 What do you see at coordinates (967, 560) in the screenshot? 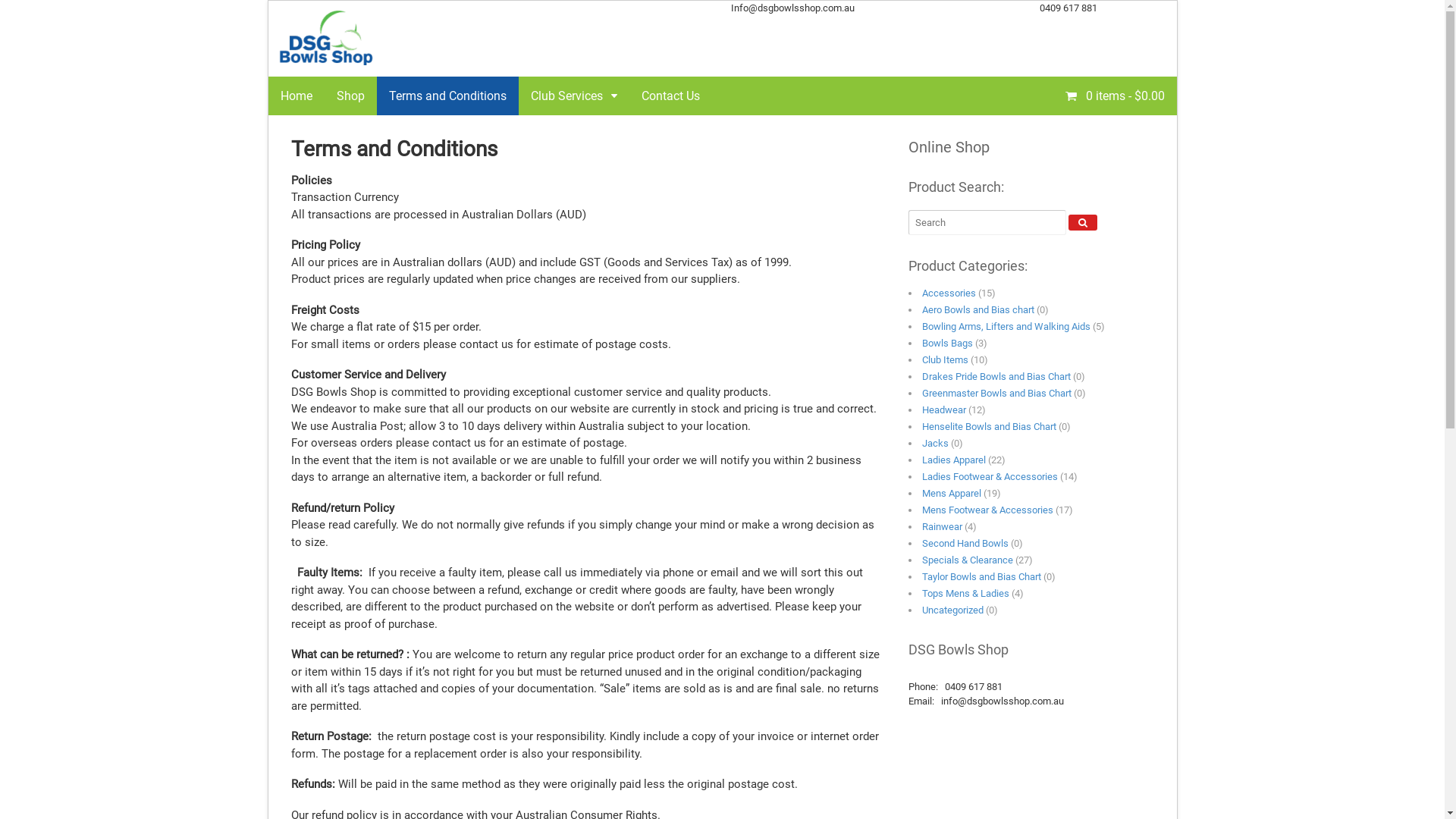
I see `'Specials & Clearance'` at bounding box center [967, 560].